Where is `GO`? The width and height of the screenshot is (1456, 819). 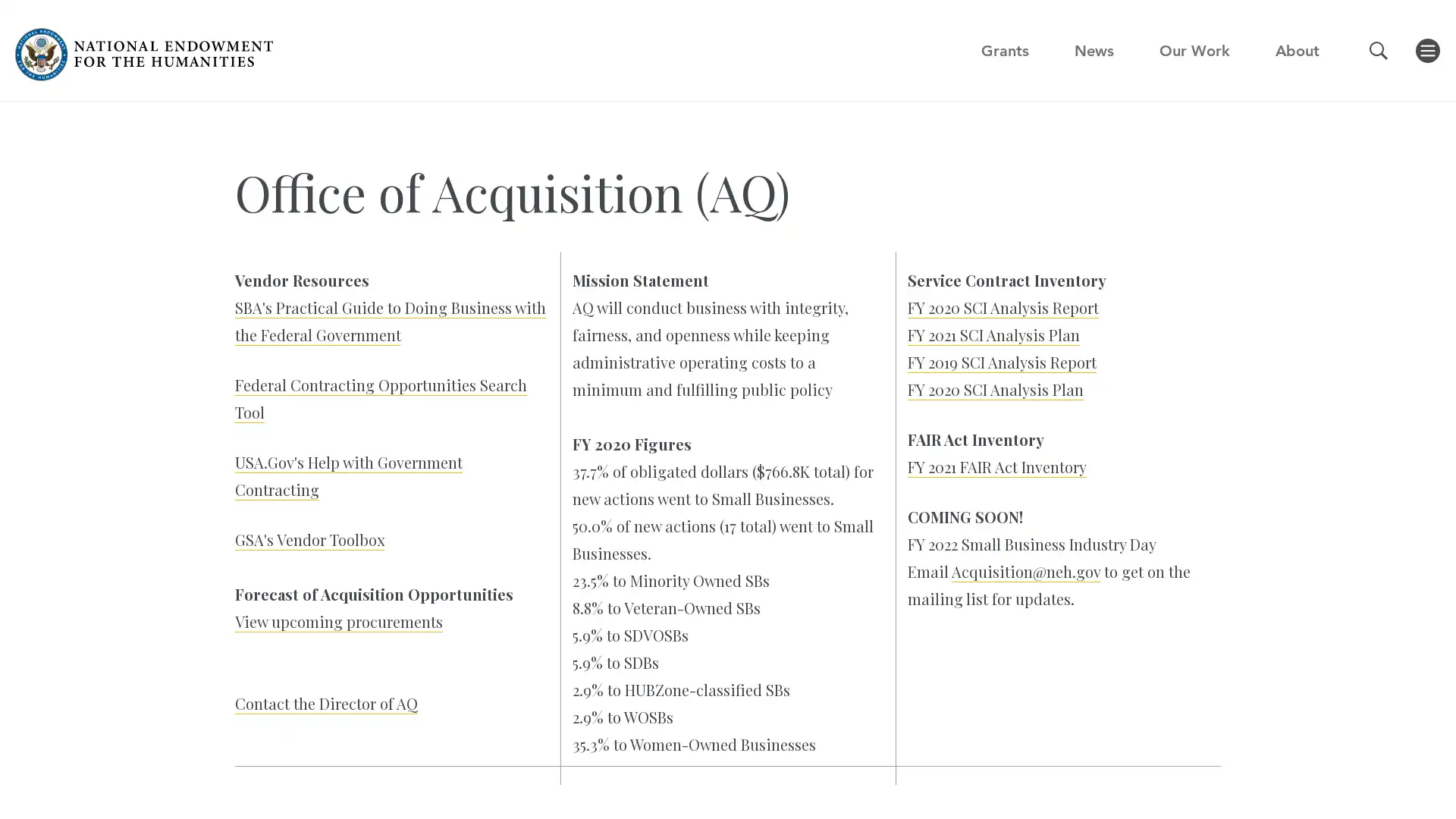 GO is located at coordinates (998, 68).